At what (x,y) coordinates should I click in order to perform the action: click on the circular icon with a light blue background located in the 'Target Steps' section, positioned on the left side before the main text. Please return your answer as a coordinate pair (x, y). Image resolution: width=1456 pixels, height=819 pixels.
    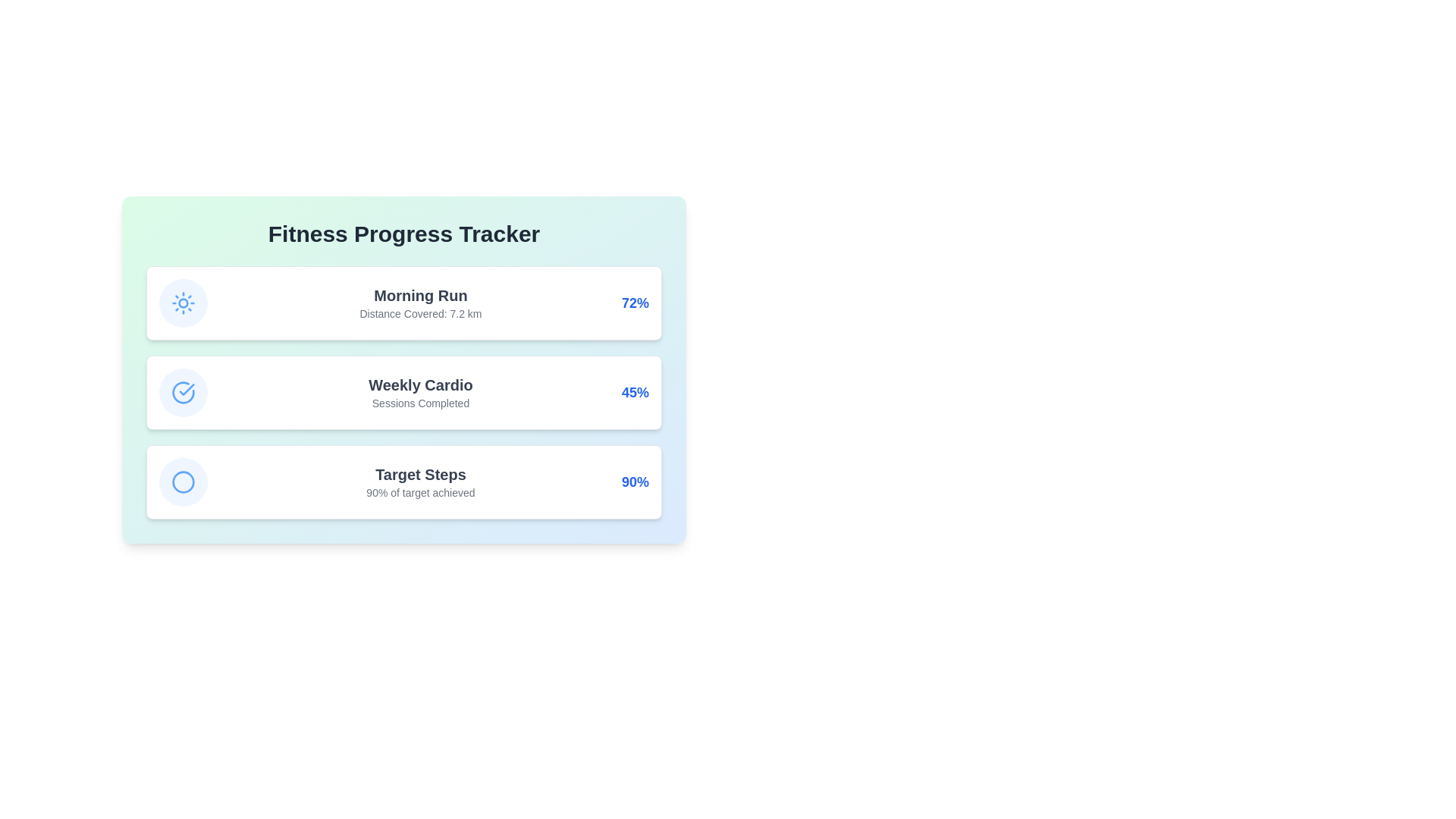
    Looking at the image, I should click on (182, 482).